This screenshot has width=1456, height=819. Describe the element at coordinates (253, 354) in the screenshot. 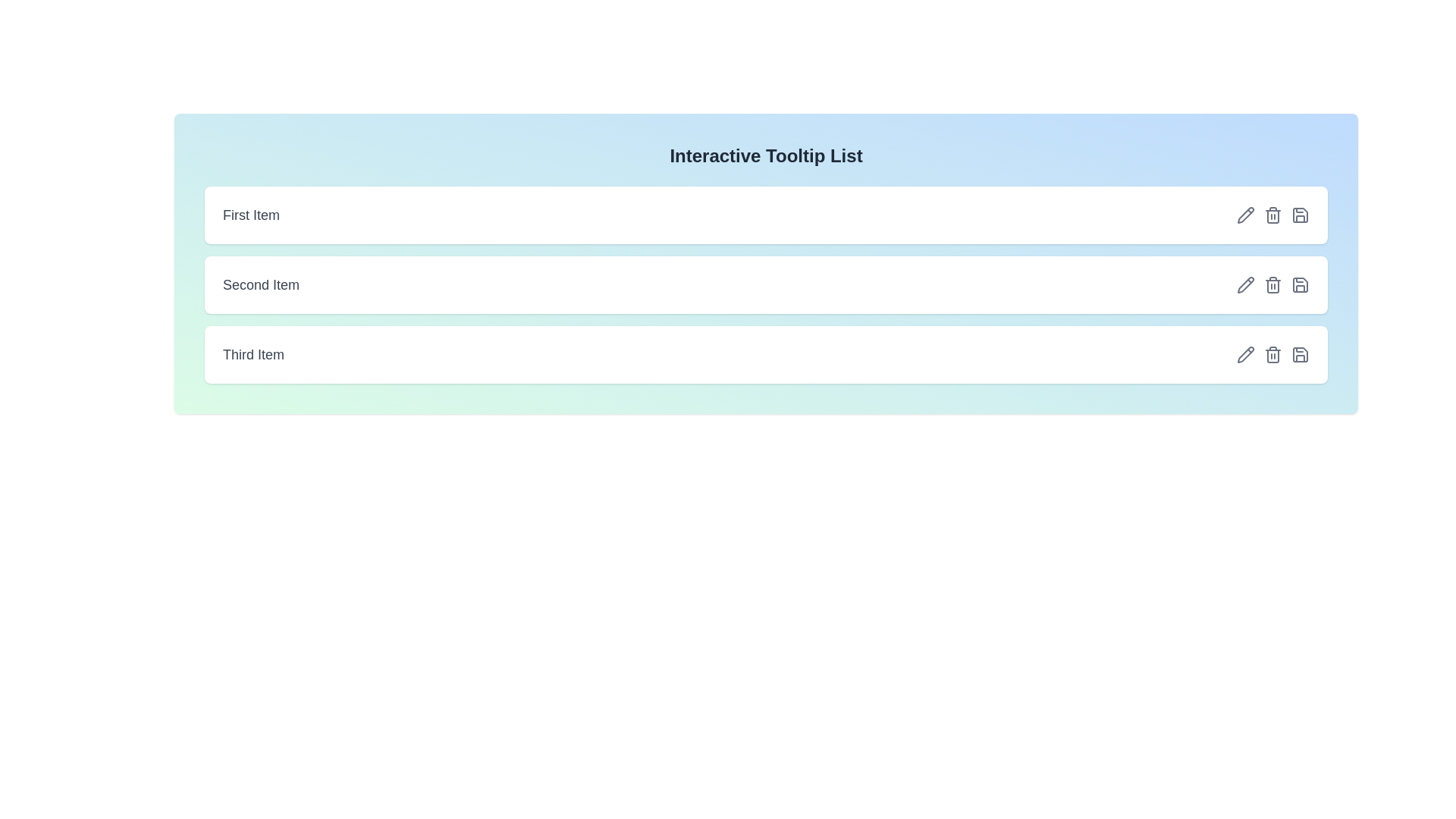

I see `the non-interactive label identifying the third entry in the vertical list of components` at that location.